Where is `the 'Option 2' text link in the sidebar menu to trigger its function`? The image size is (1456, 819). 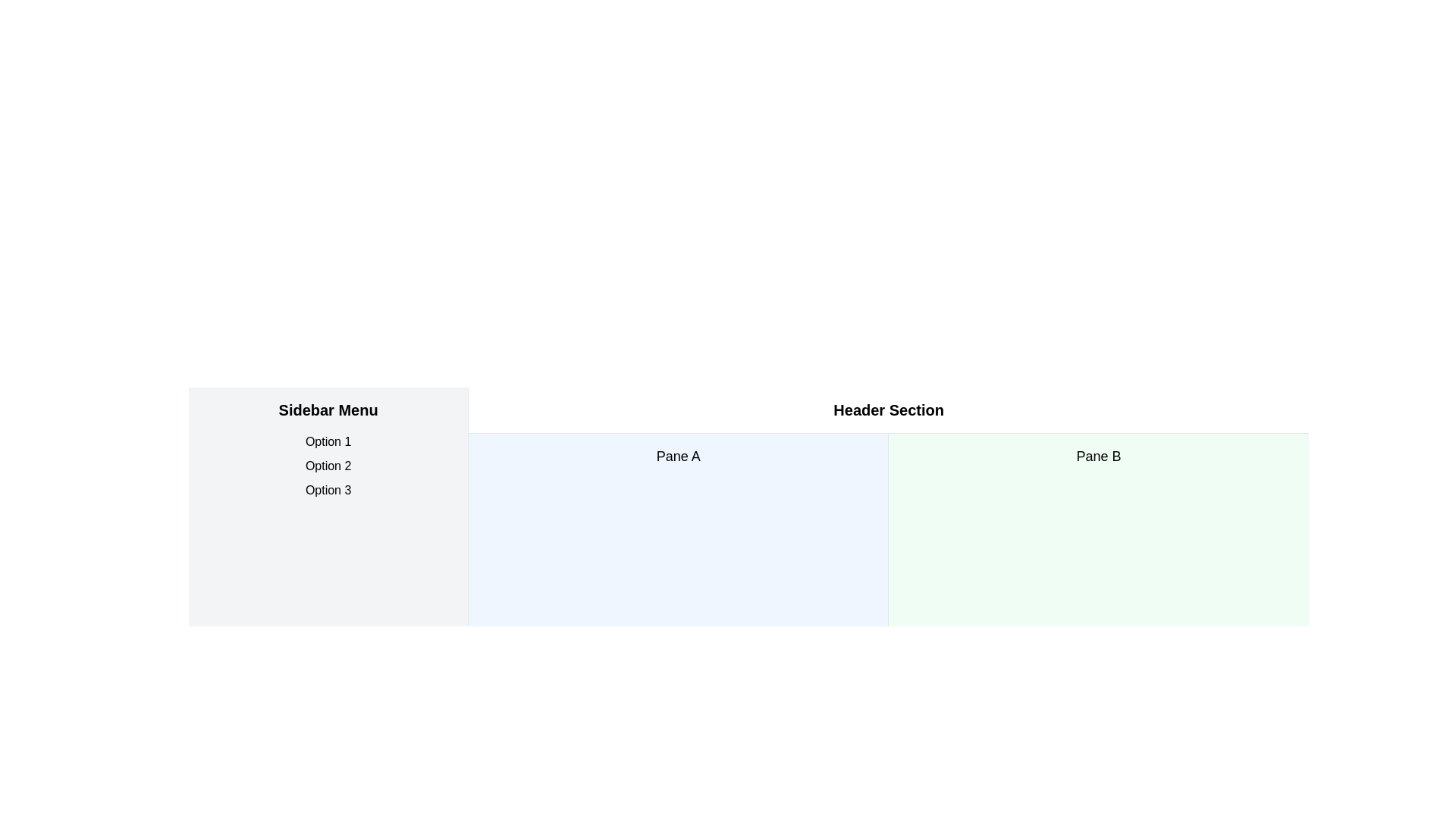
the 'Option 2' text link in the sidebar menu to trigger its function is located at coordinates (328, 465).